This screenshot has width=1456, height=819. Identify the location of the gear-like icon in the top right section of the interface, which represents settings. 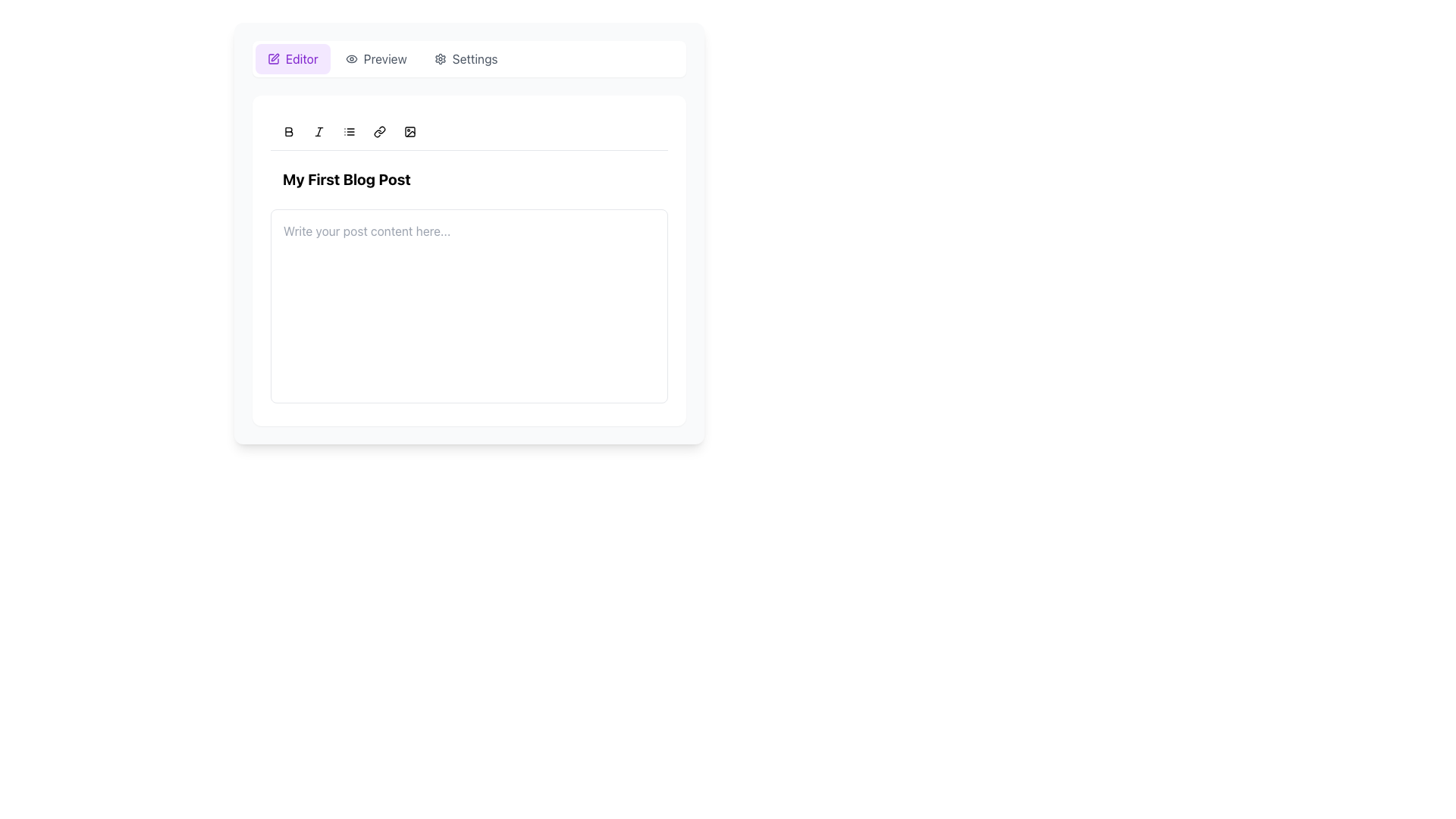
(439, 58).